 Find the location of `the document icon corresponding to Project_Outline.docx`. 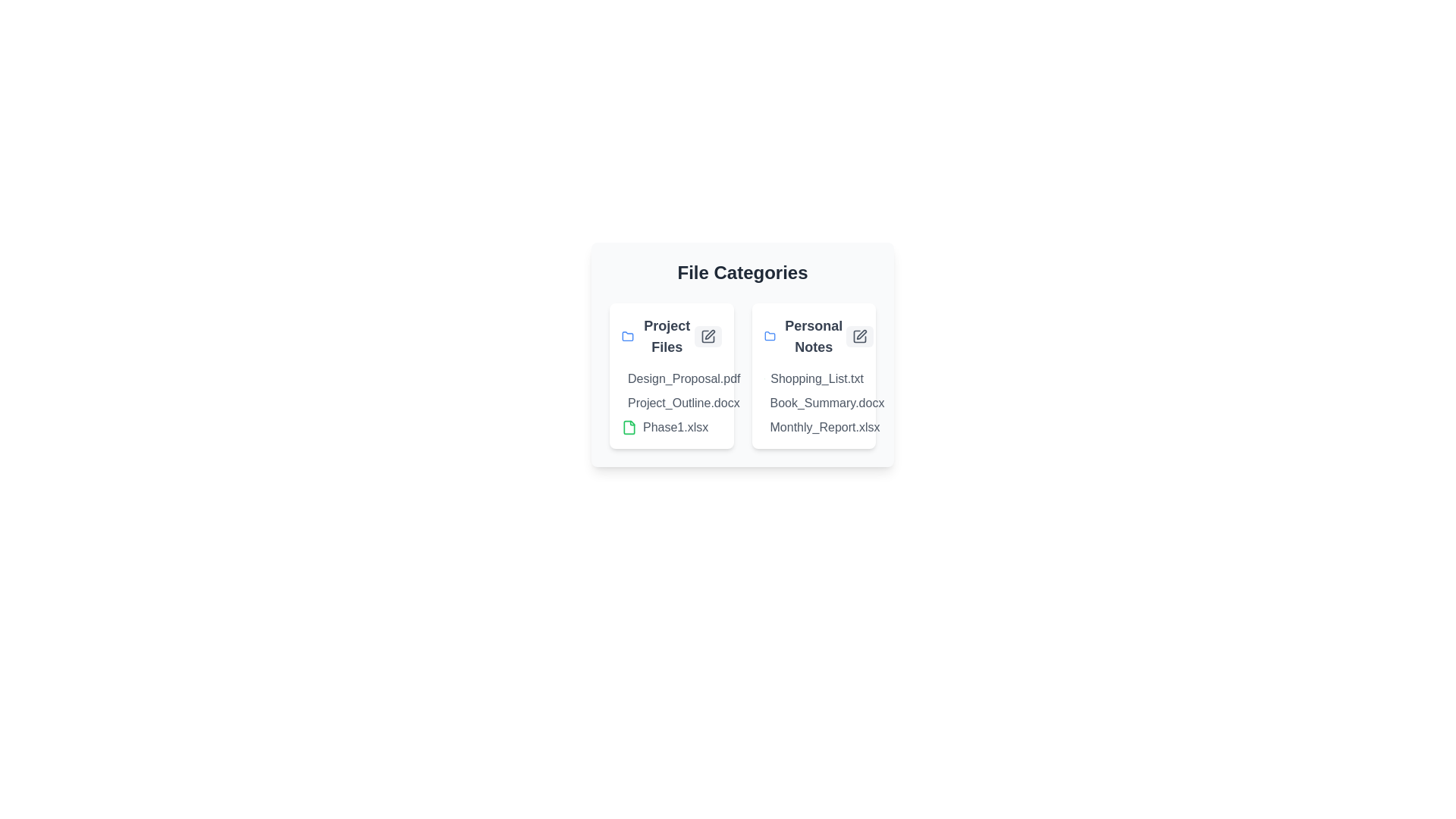

the document icon corresponding to Project_Outline.docx is located at coordinates (629, 403).